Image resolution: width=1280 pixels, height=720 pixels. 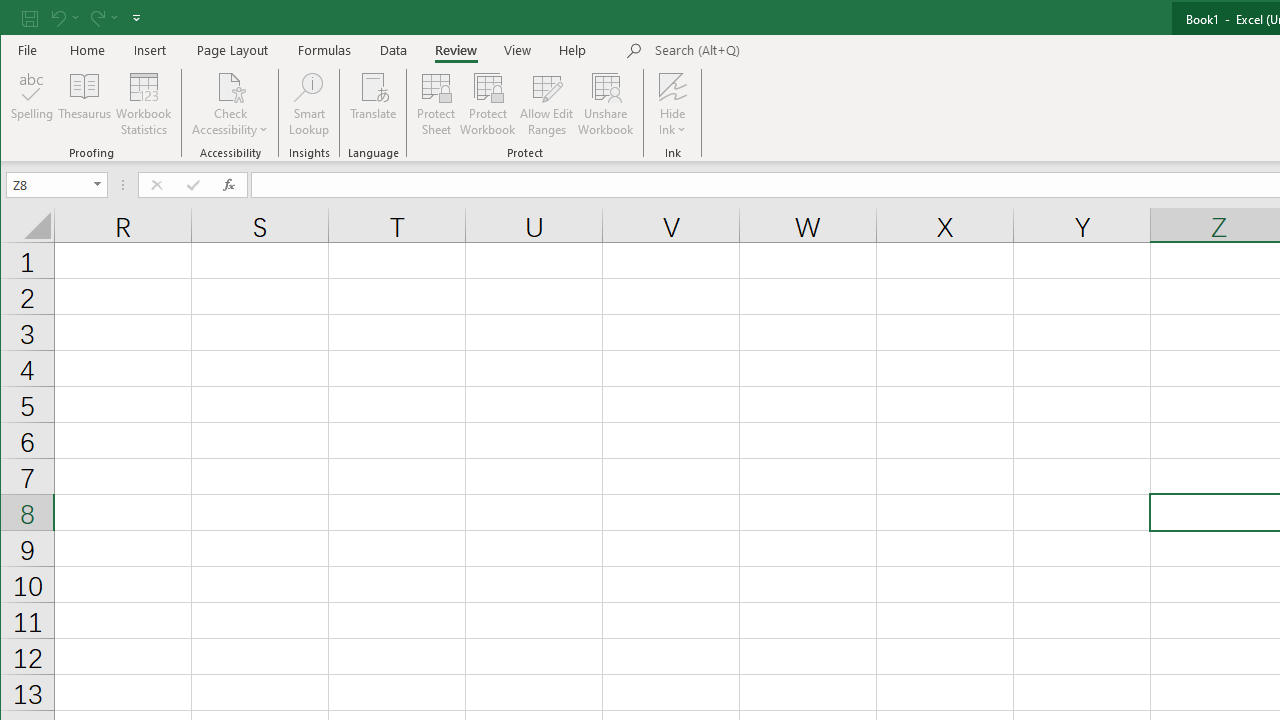 I want to click on 'Workbook Statistics', so click(x=143, y=104).